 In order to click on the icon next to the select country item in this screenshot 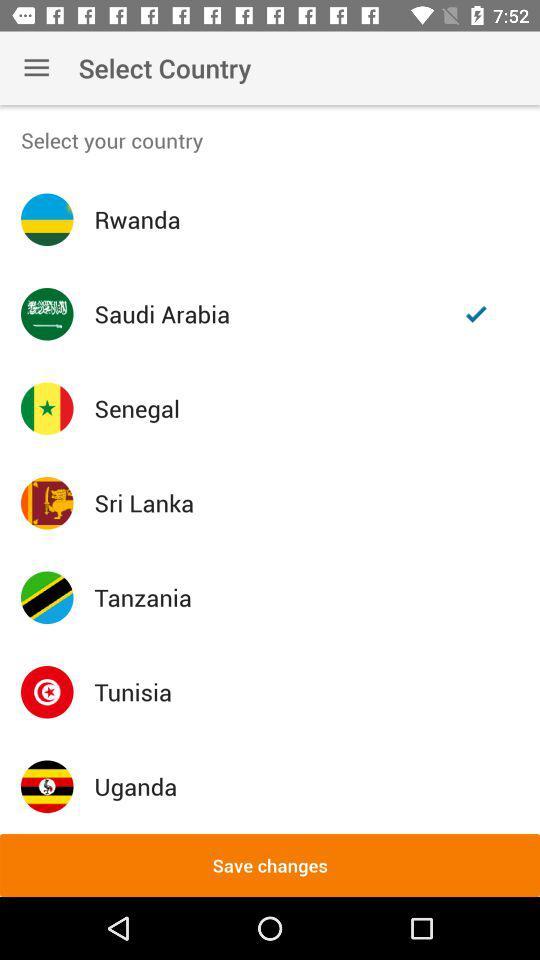, I will do `click(36, 68)`.